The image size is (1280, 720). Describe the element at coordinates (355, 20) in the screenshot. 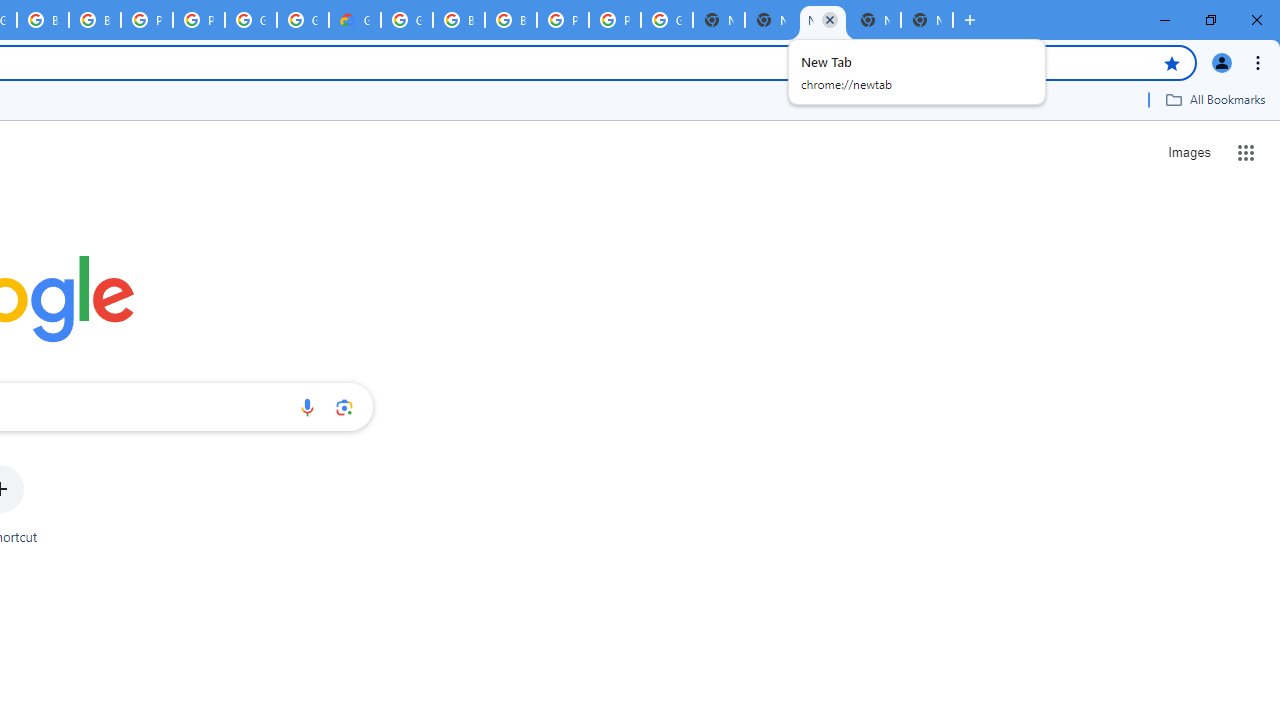

I see `'Google Cloud Estimate Summary'` at that location.